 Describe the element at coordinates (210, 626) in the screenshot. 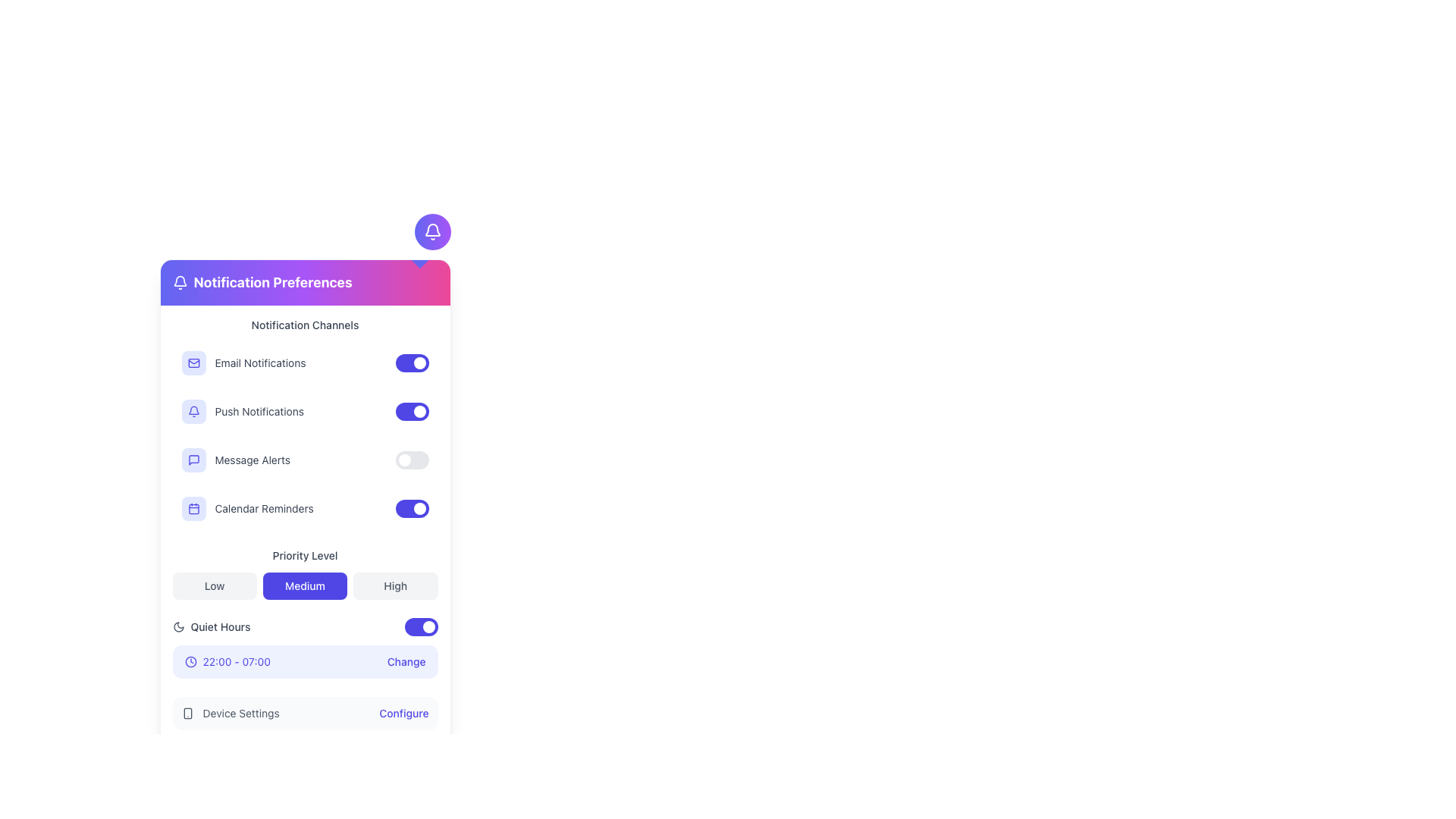

I see `the 'Quiet Hours' label with icon, which indicates the settings for notification controls and is positioned between the 'Priority Level' buttons and a time range control` at that location.